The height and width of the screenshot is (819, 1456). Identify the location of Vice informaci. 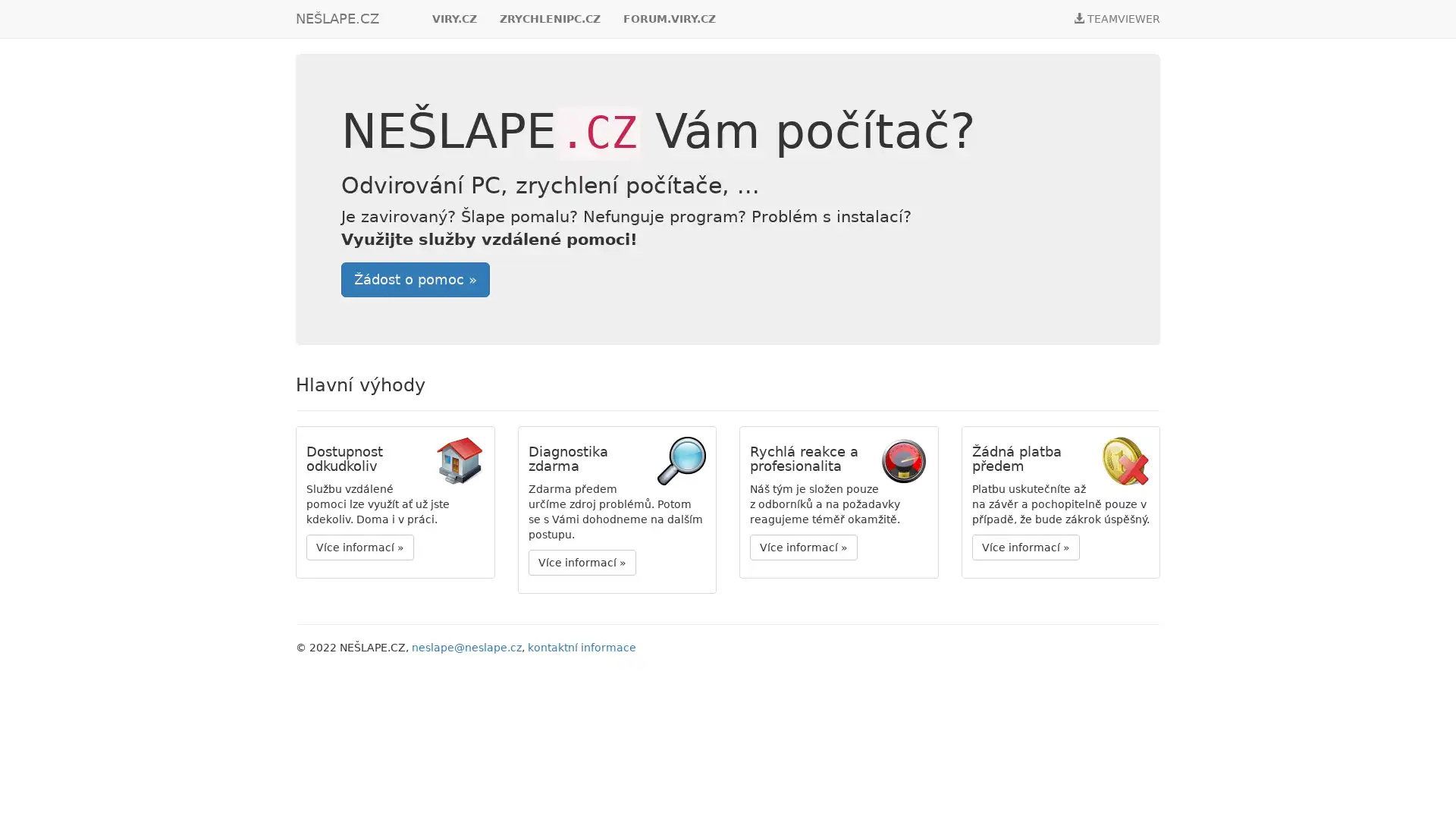
(581, 562).